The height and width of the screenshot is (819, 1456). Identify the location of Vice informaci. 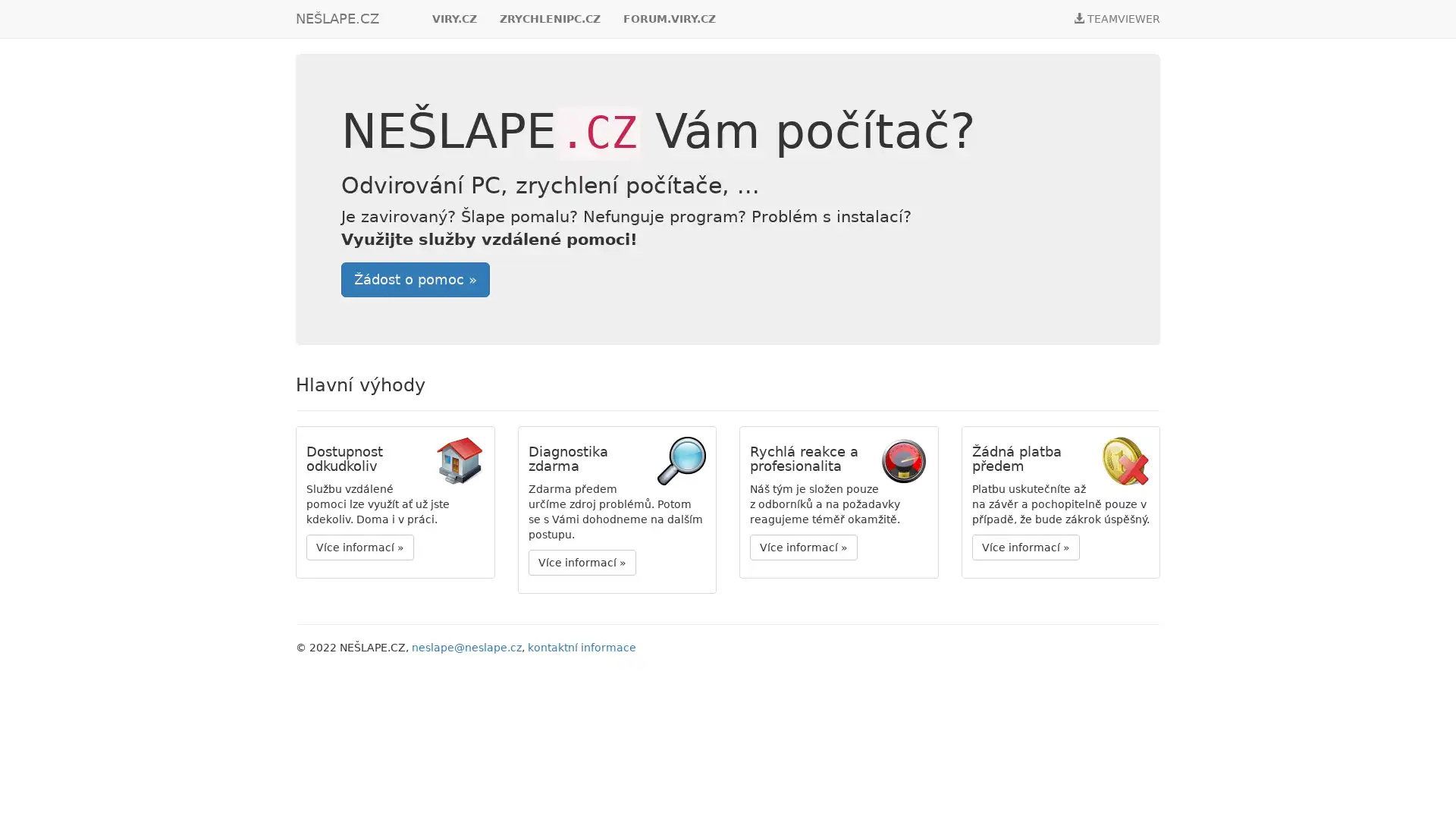
(581, 562).